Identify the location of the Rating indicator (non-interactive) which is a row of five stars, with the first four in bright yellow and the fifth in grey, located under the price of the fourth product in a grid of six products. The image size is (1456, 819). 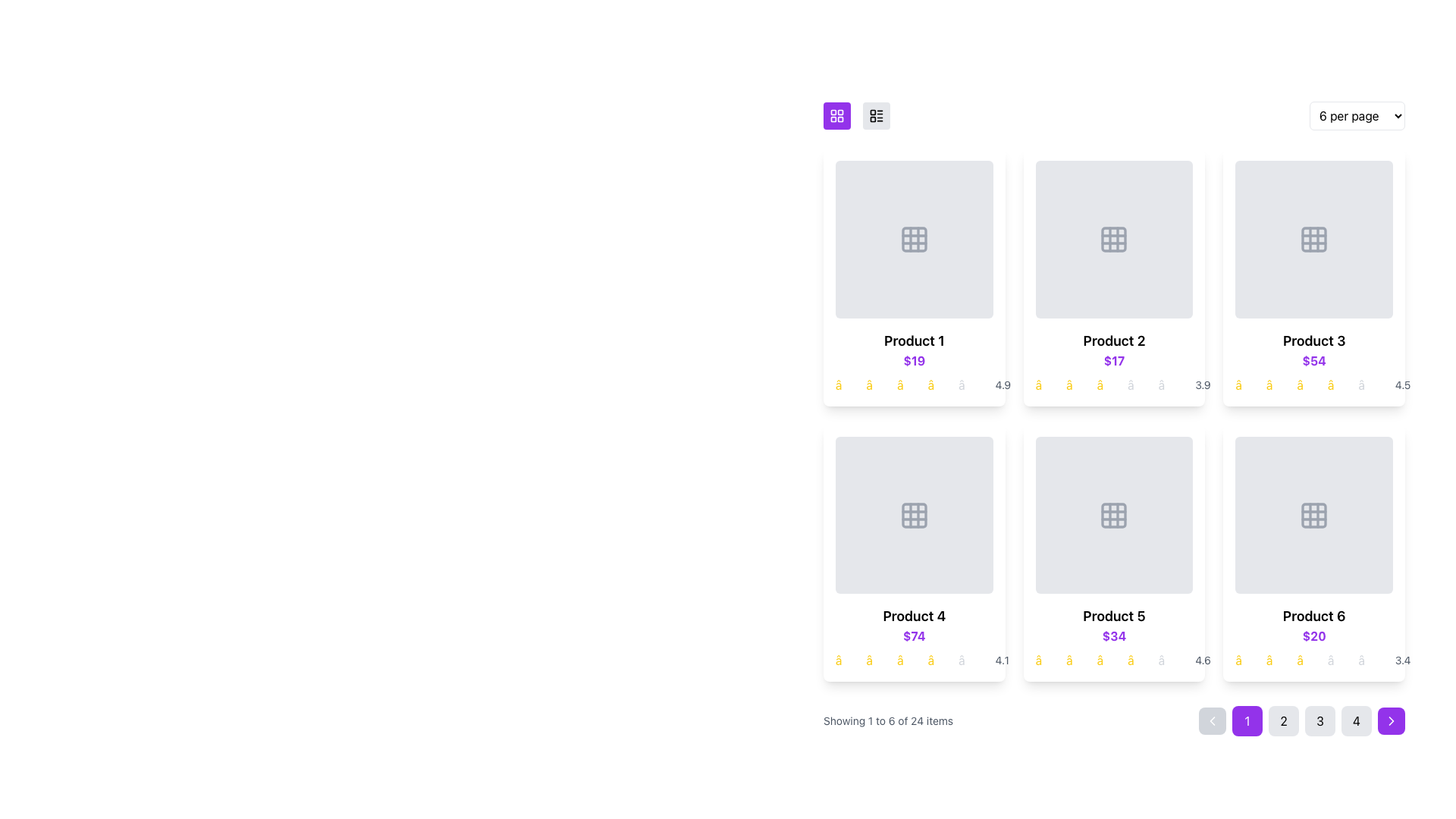
(912, 660).